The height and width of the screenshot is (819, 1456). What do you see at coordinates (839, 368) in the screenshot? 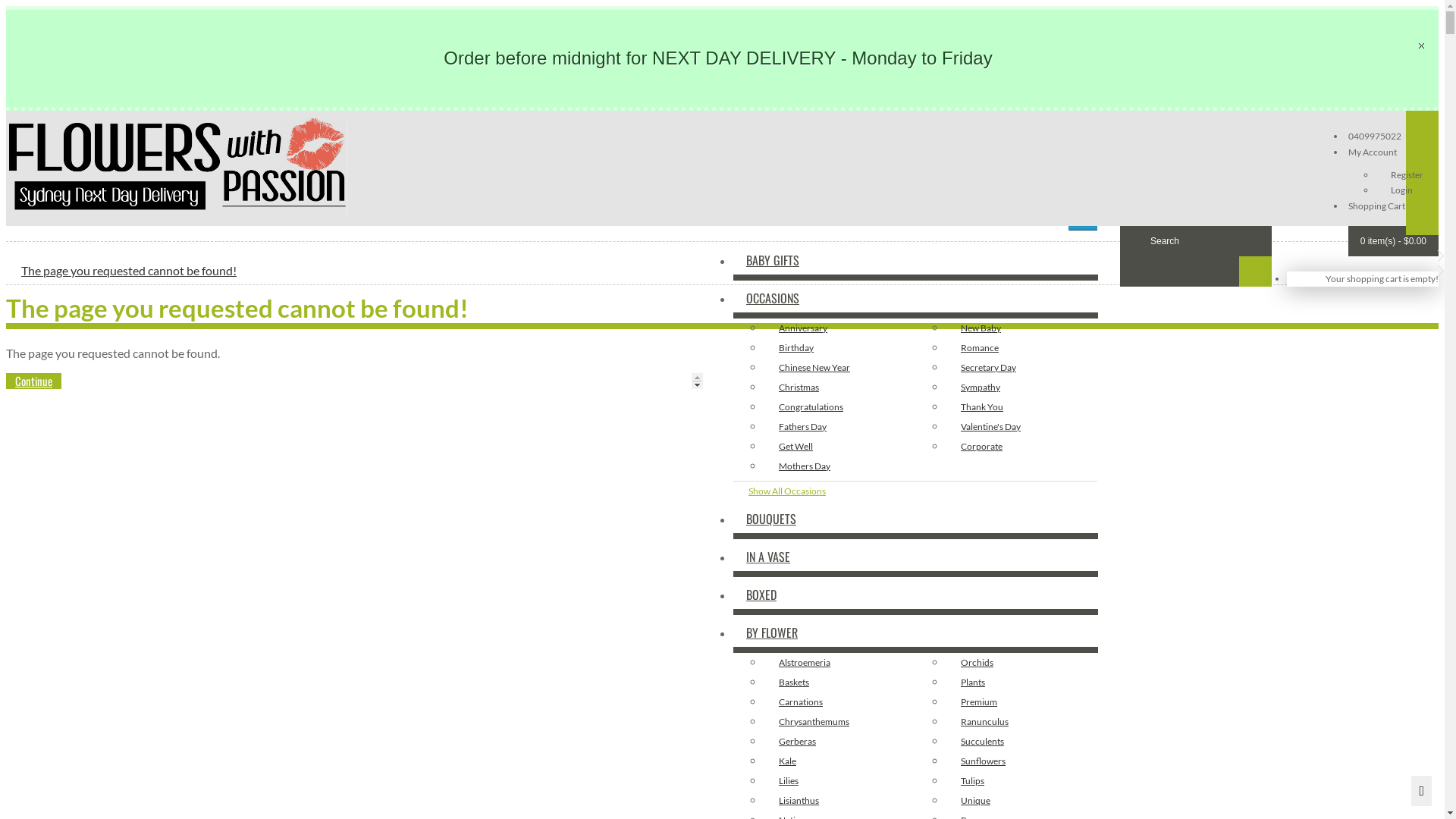
I see `'Chinese New Year'` at bounding box center [839, 368].